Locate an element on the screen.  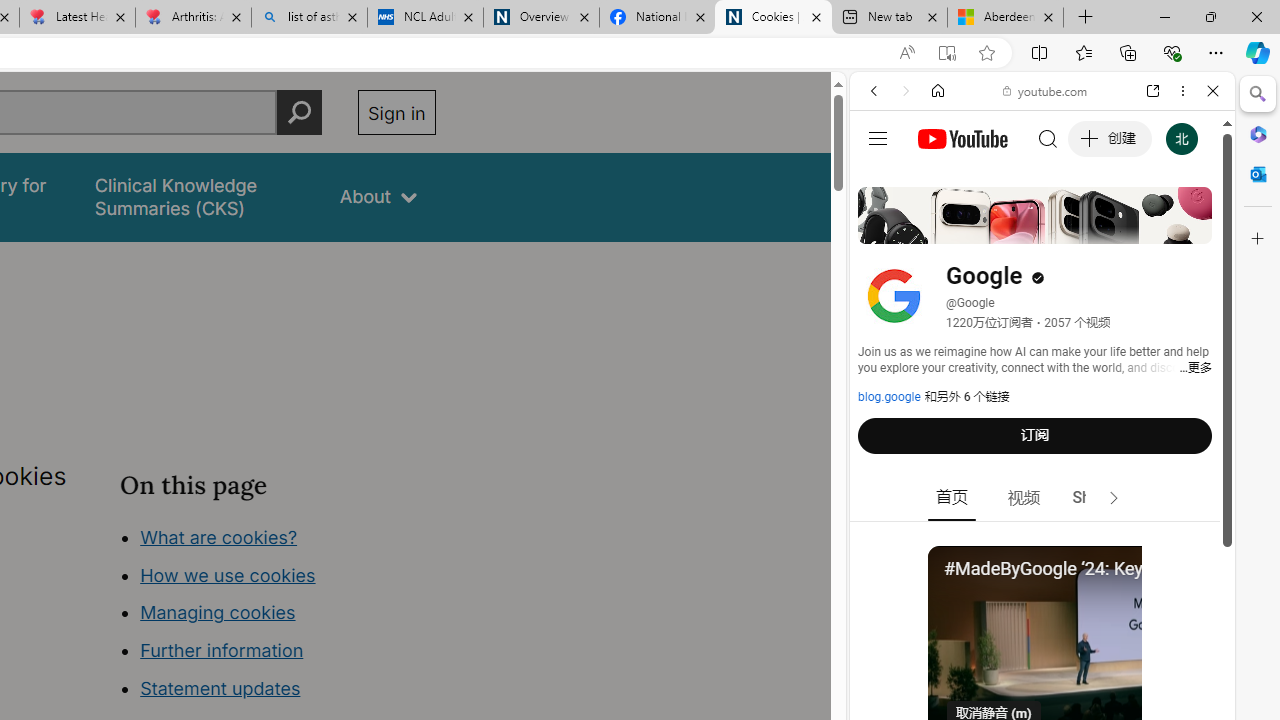
'Search Filter, VIDEOS' is located at coordinates (1006, 227).